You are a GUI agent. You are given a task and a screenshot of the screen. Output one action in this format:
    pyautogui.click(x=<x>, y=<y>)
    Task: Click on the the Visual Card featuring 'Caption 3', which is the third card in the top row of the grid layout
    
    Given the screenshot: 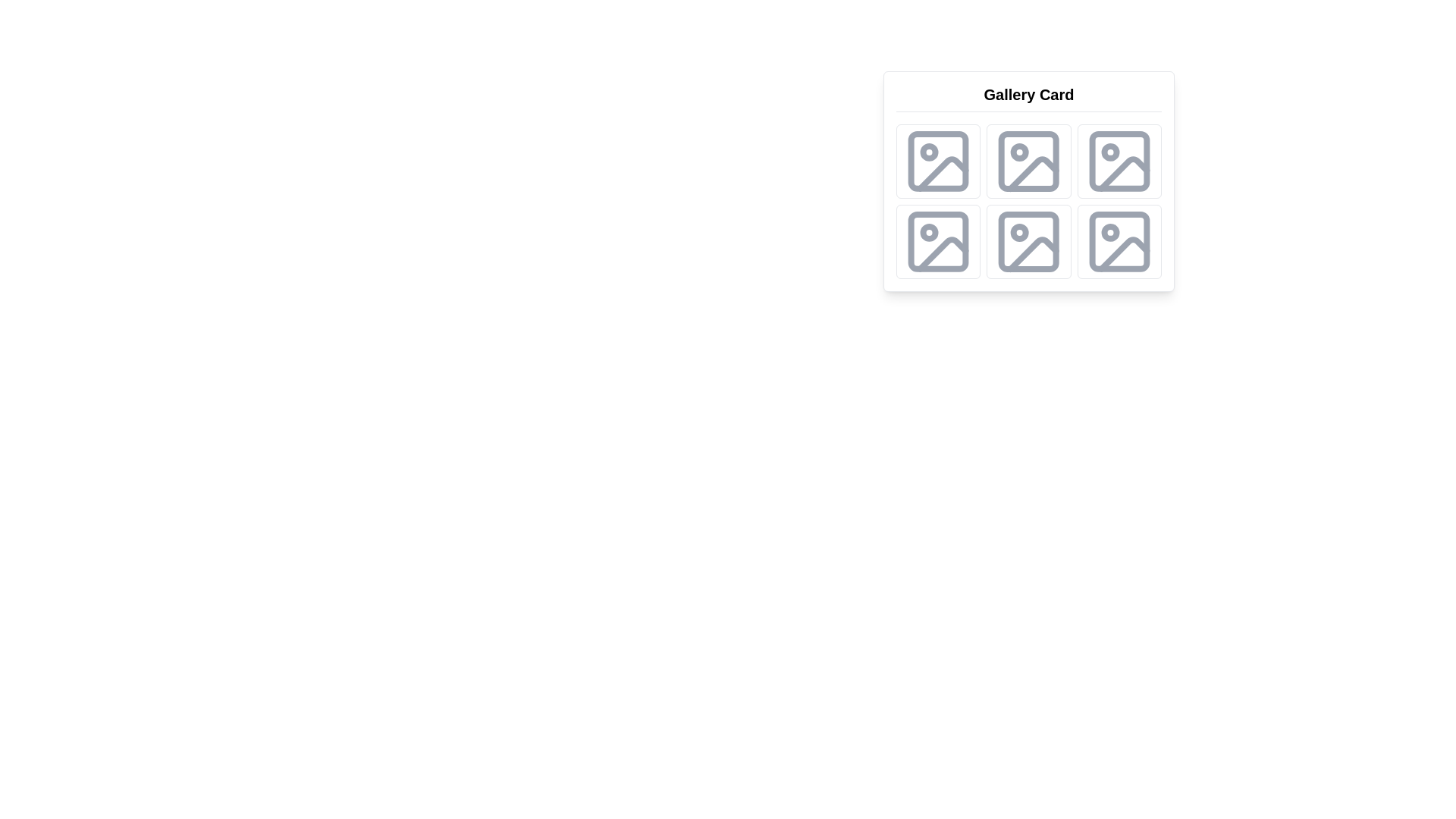 What is the action you would take?
    pyautogui.click(x=1119, y=161)
    